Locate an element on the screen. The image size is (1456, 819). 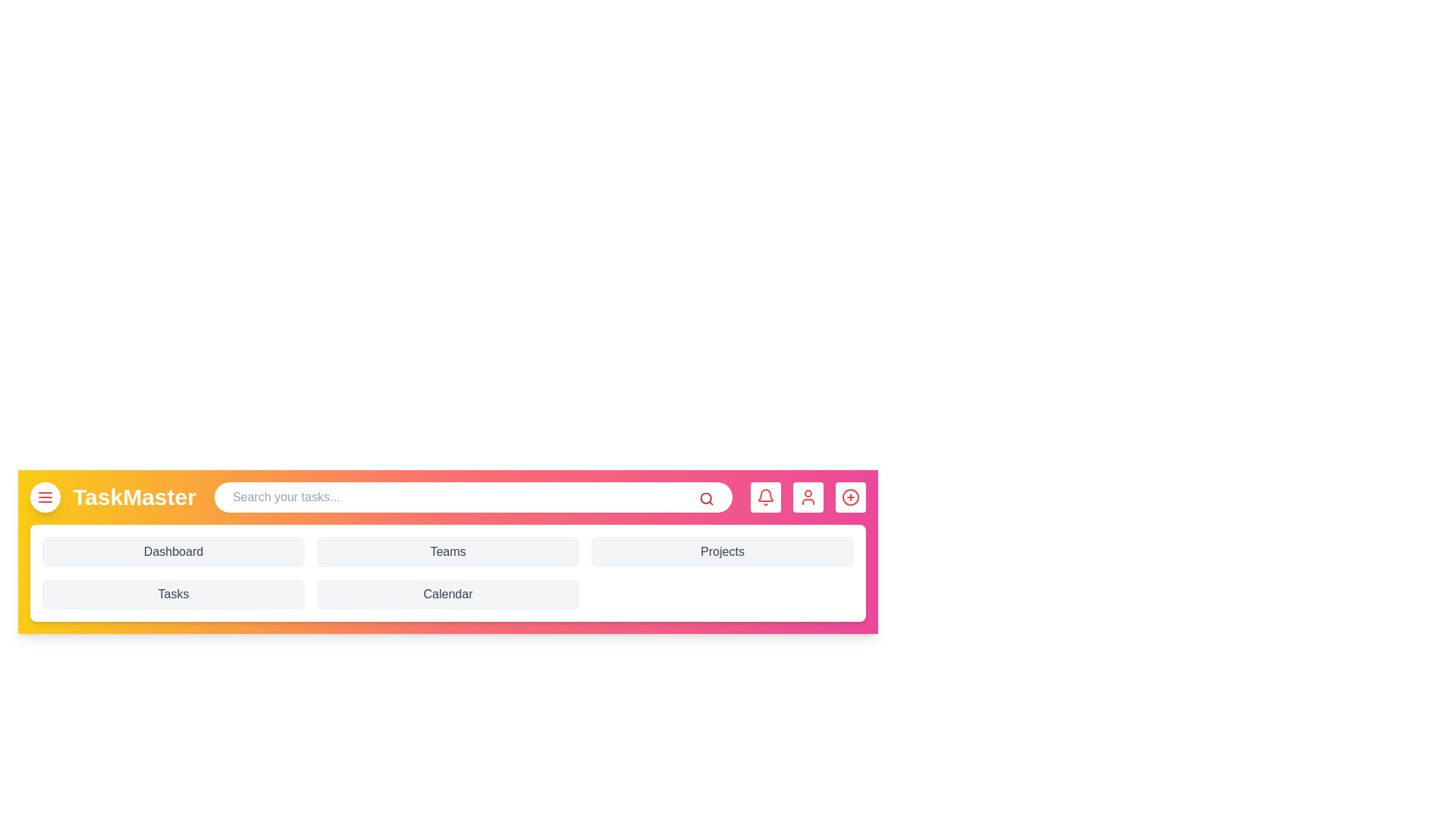
the plus icon to add a new item is located at coordinates (851, 497).